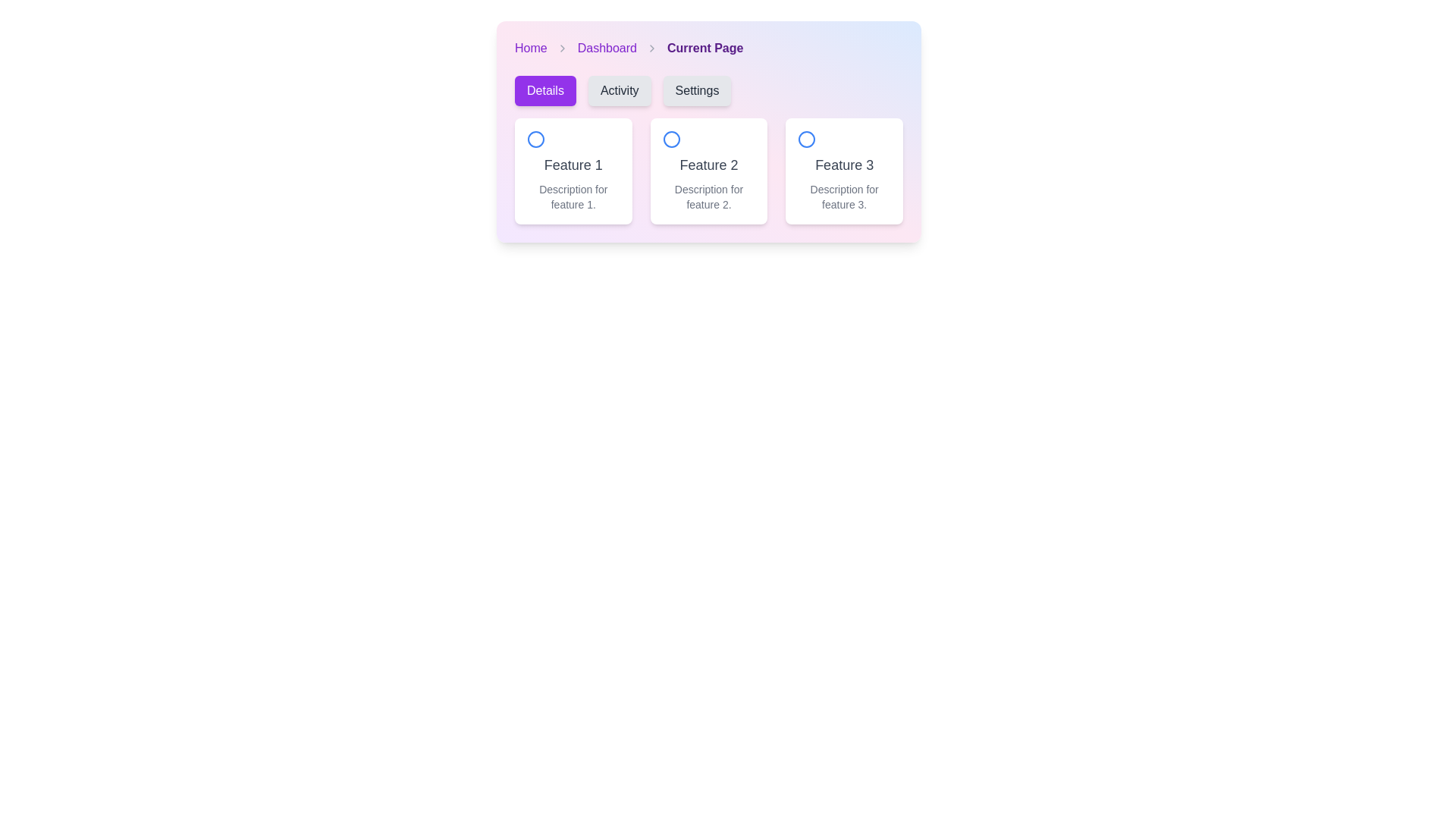 This screenshot has height=819, width=1456. I want to click on the Circular icon located in the third box under the label 'Feature 3', which signifies the selection or status of the associated feature card, so click(806, 140).